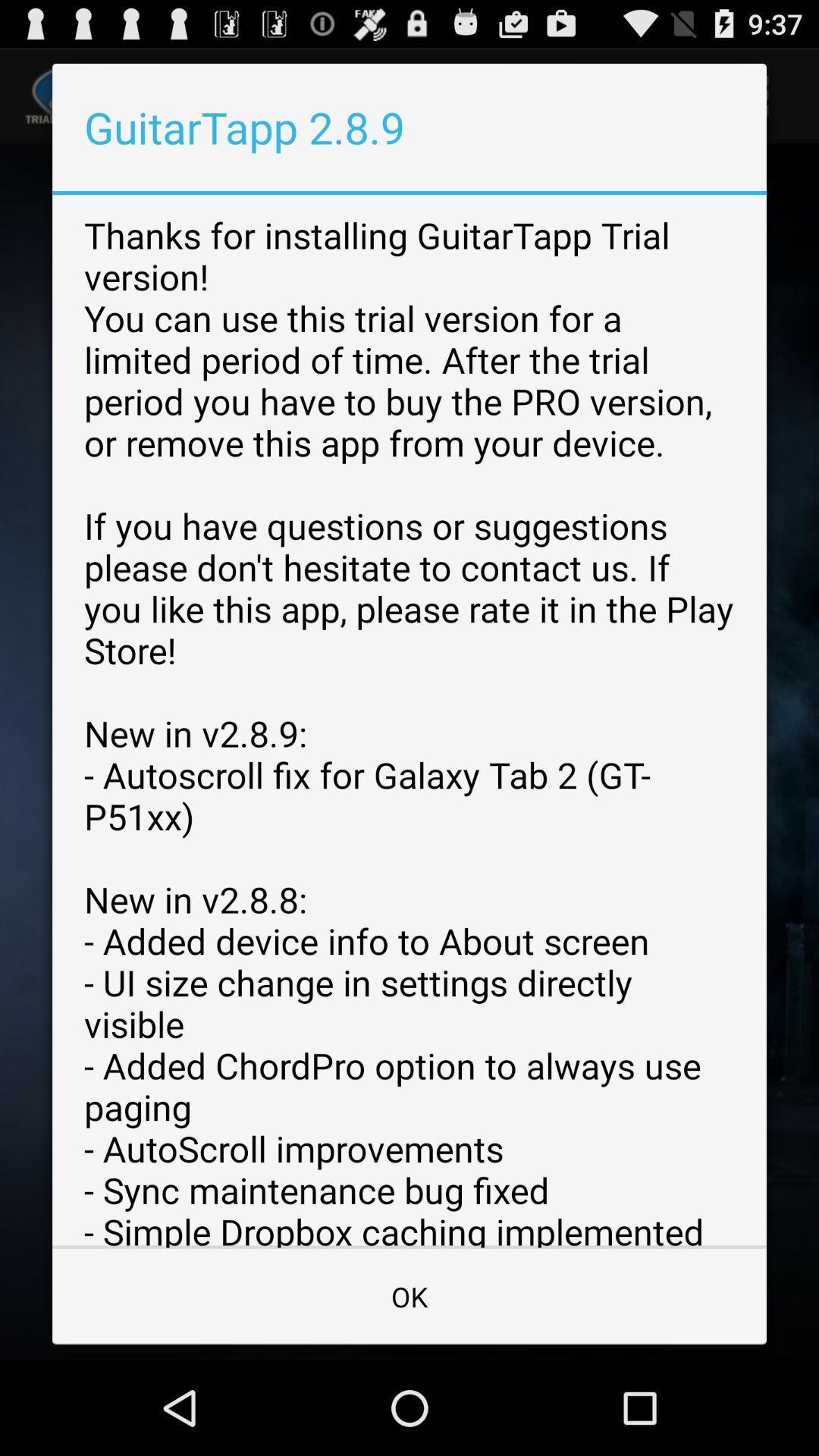 This screenshot has height=1456, width=819. What do you see at coordinates (409, 1295) in the screenshot?
I see `ok at the bottom` at bounding box center [409, 1295].